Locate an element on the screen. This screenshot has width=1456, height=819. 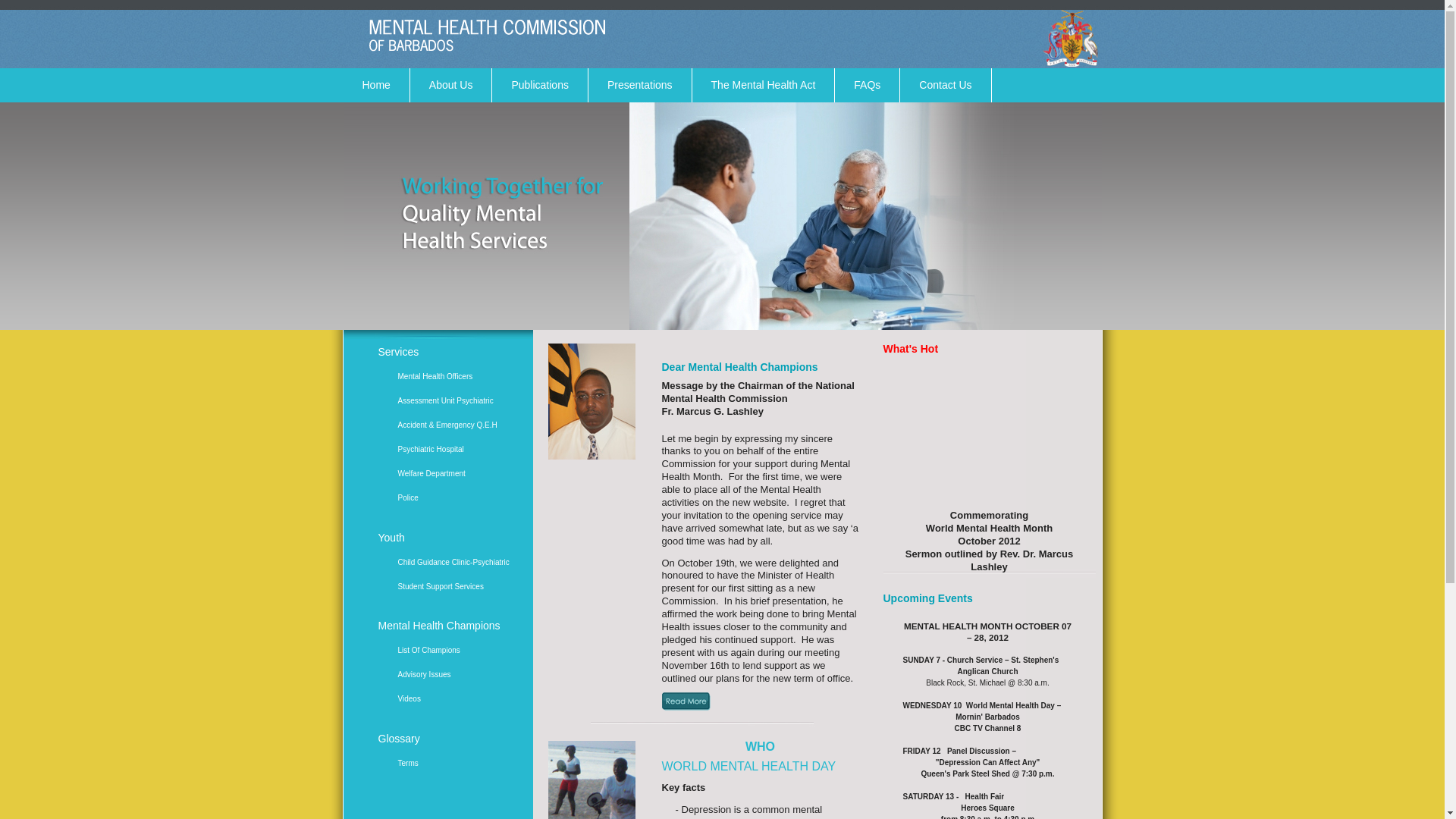
'Home' is located at coordinates (375, 85).